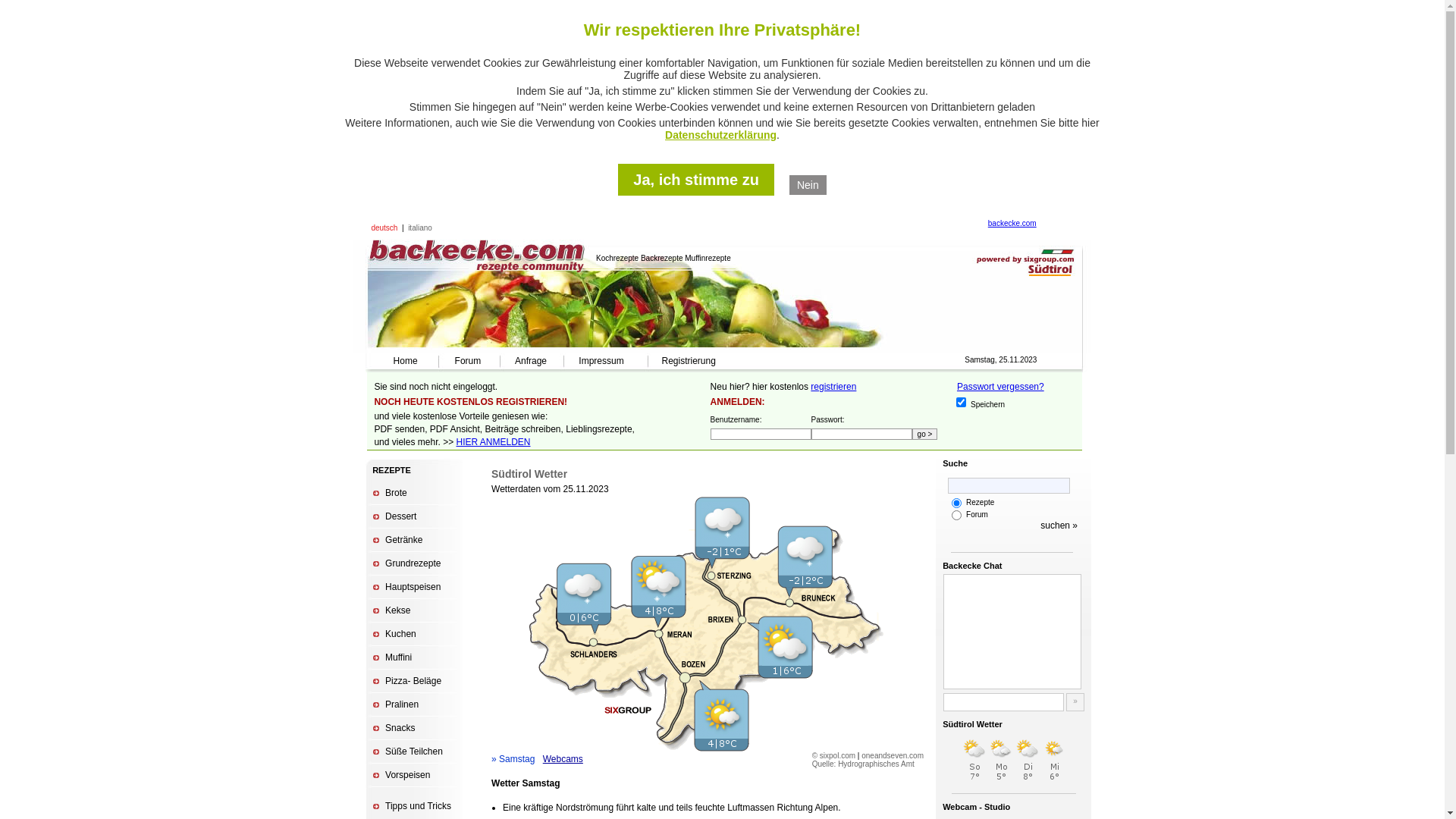  Describe the element at coordinates (385, 634) in the screenshot. I see `'Kuchen'` at that location.